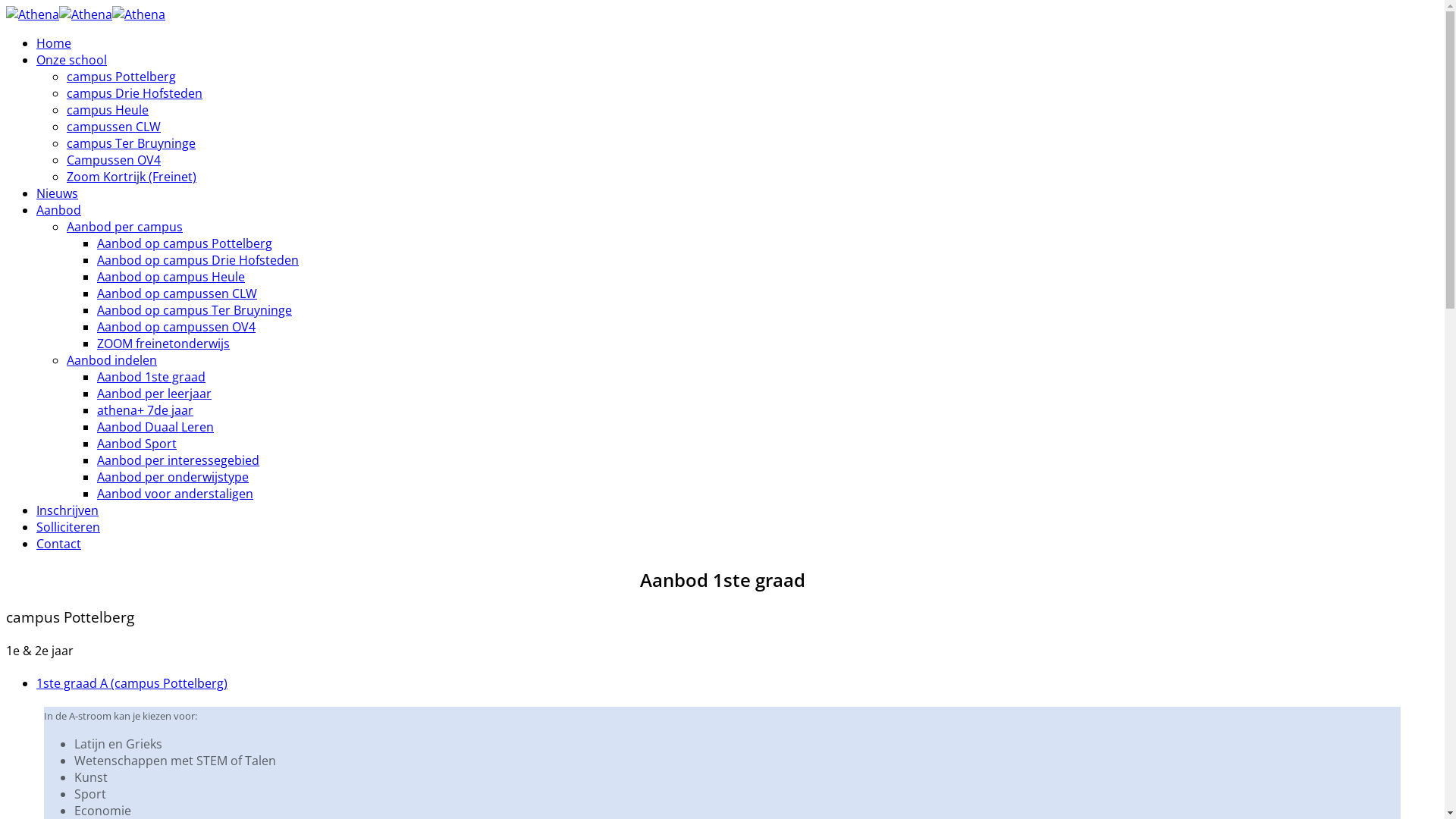 Image resolution: width=1456 pixels, height=819 pixels. I want to click on 'Contact', so click(58, 543).